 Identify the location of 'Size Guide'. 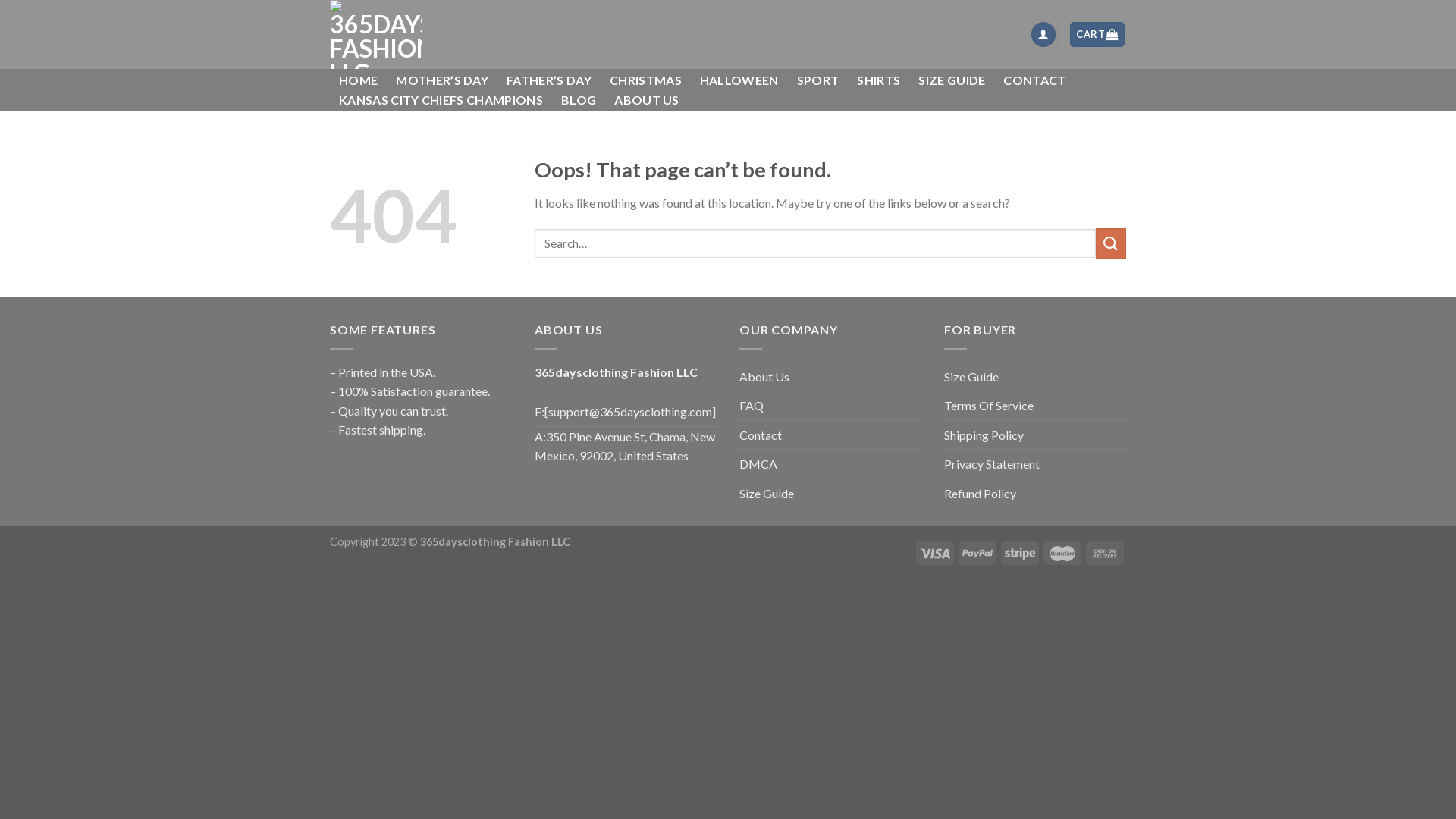
(971, 376).